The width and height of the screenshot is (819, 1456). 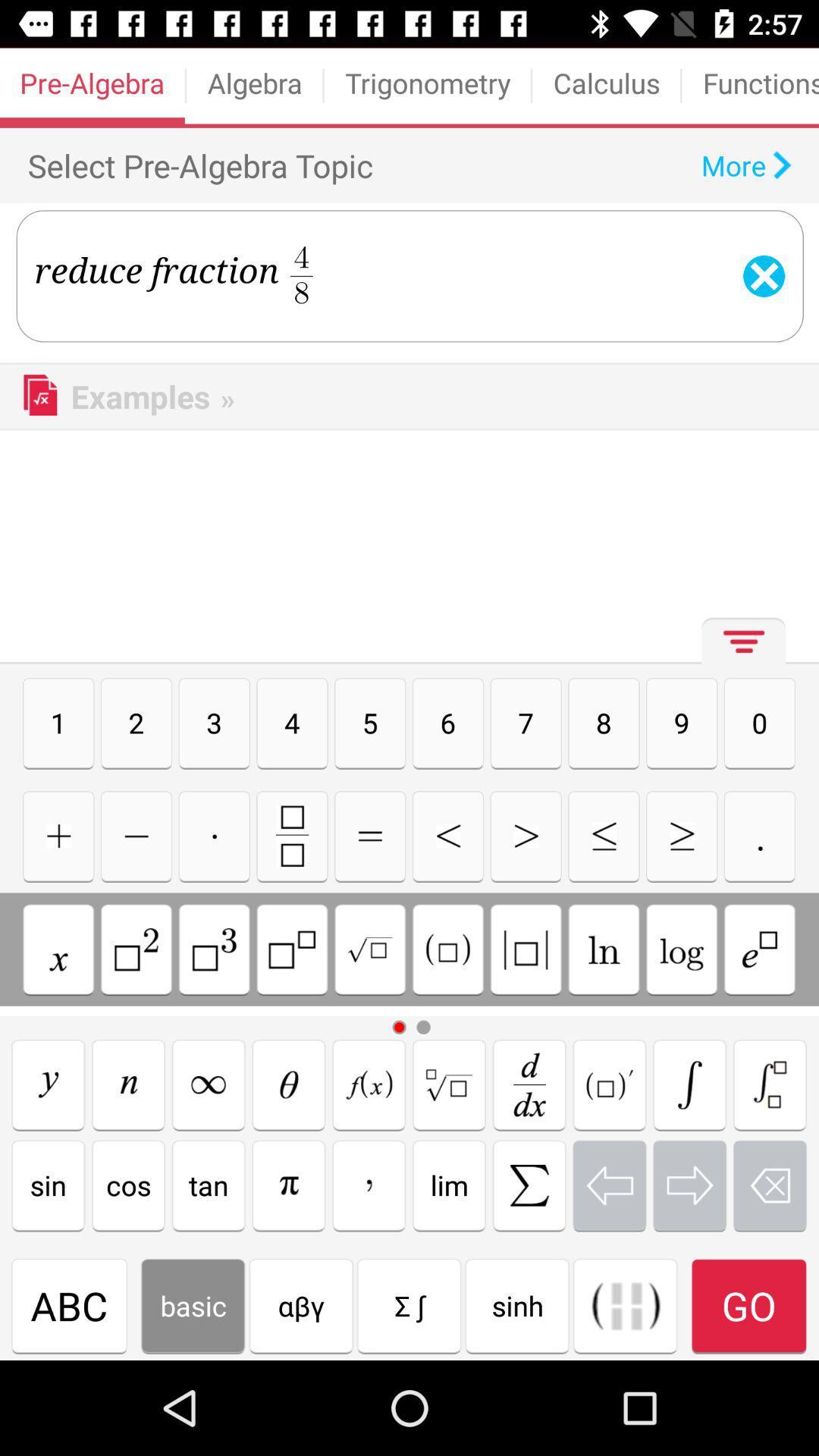 What do you see at coordinates (136, 949) in the screenshot?
I see `multiply by 2` at bounding box center [136, 949].